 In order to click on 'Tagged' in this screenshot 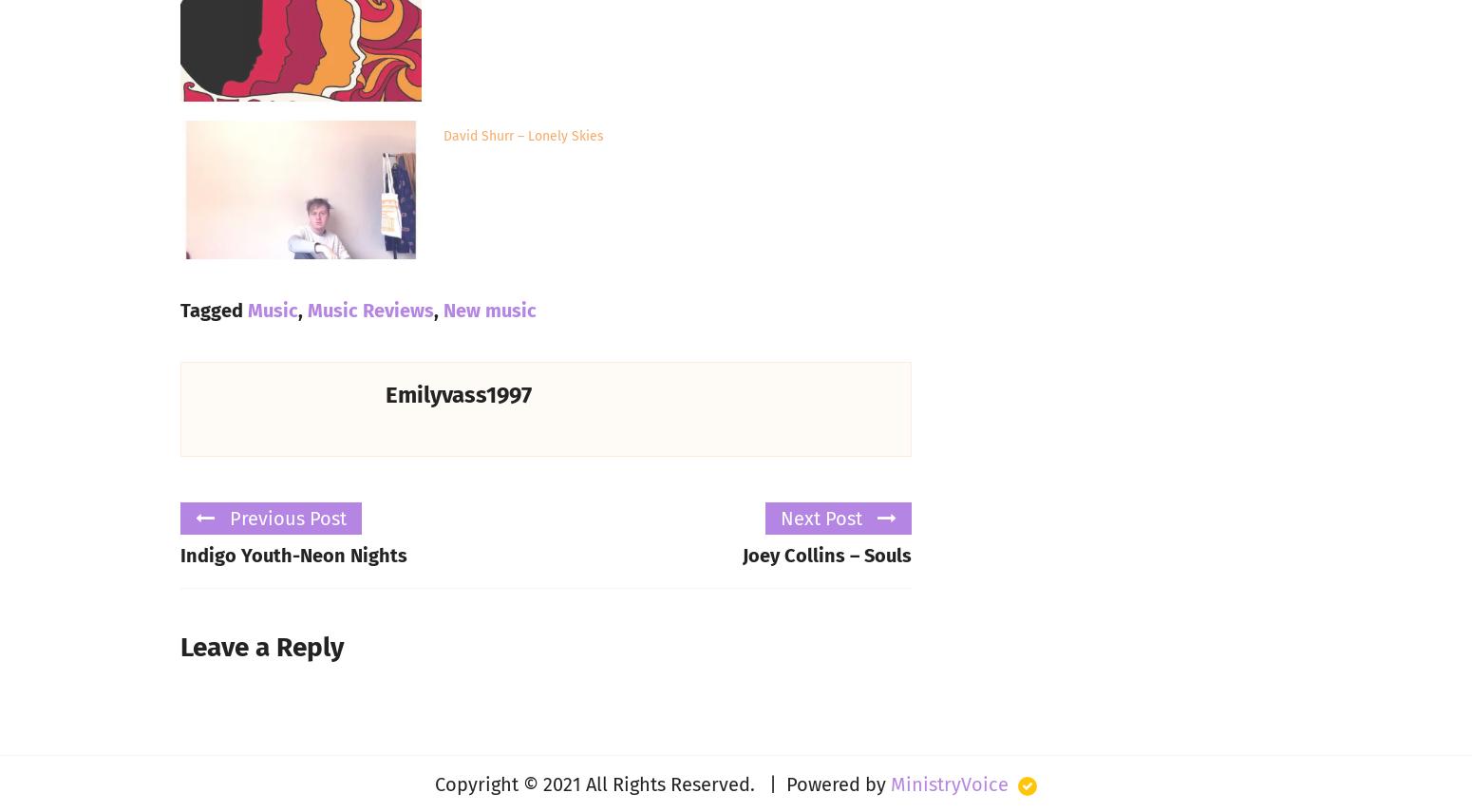, I will do `click(213, 309)`.